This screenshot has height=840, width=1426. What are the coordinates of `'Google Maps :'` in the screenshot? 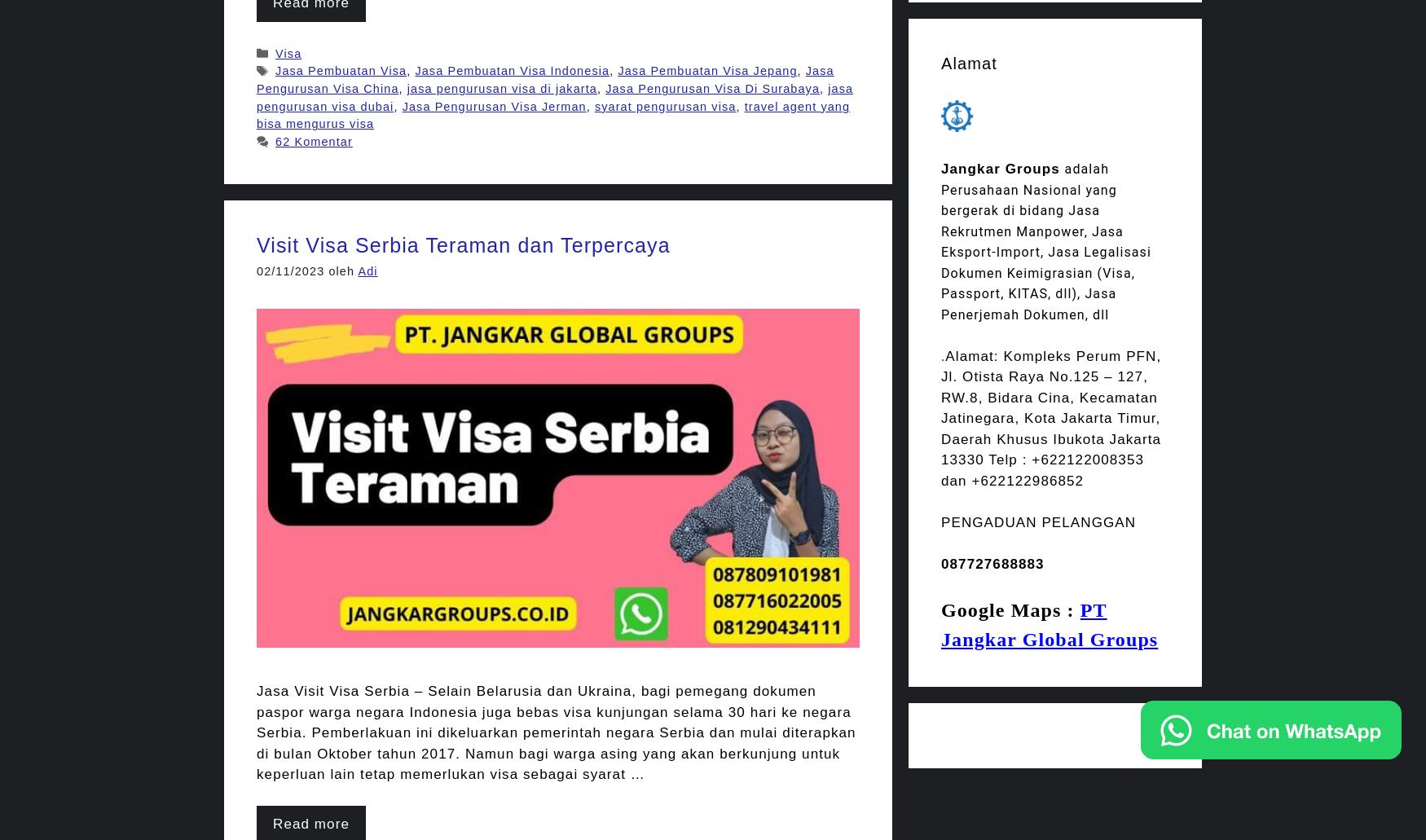 It's located at (1010, 608).